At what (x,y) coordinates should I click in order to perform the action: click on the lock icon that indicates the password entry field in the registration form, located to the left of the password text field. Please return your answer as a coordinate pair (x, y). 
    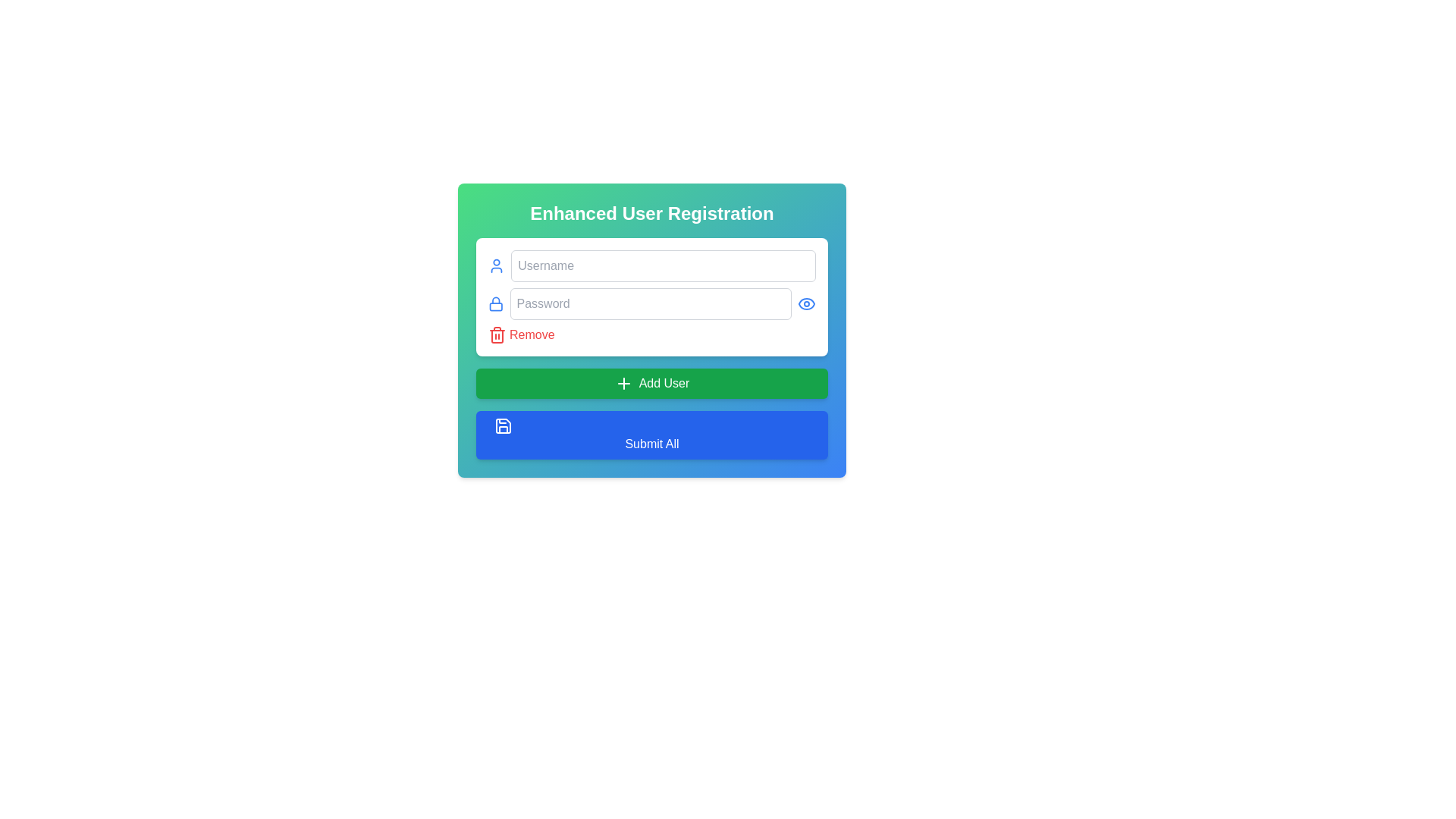
    Looking at the image, I should click on (496, 304).